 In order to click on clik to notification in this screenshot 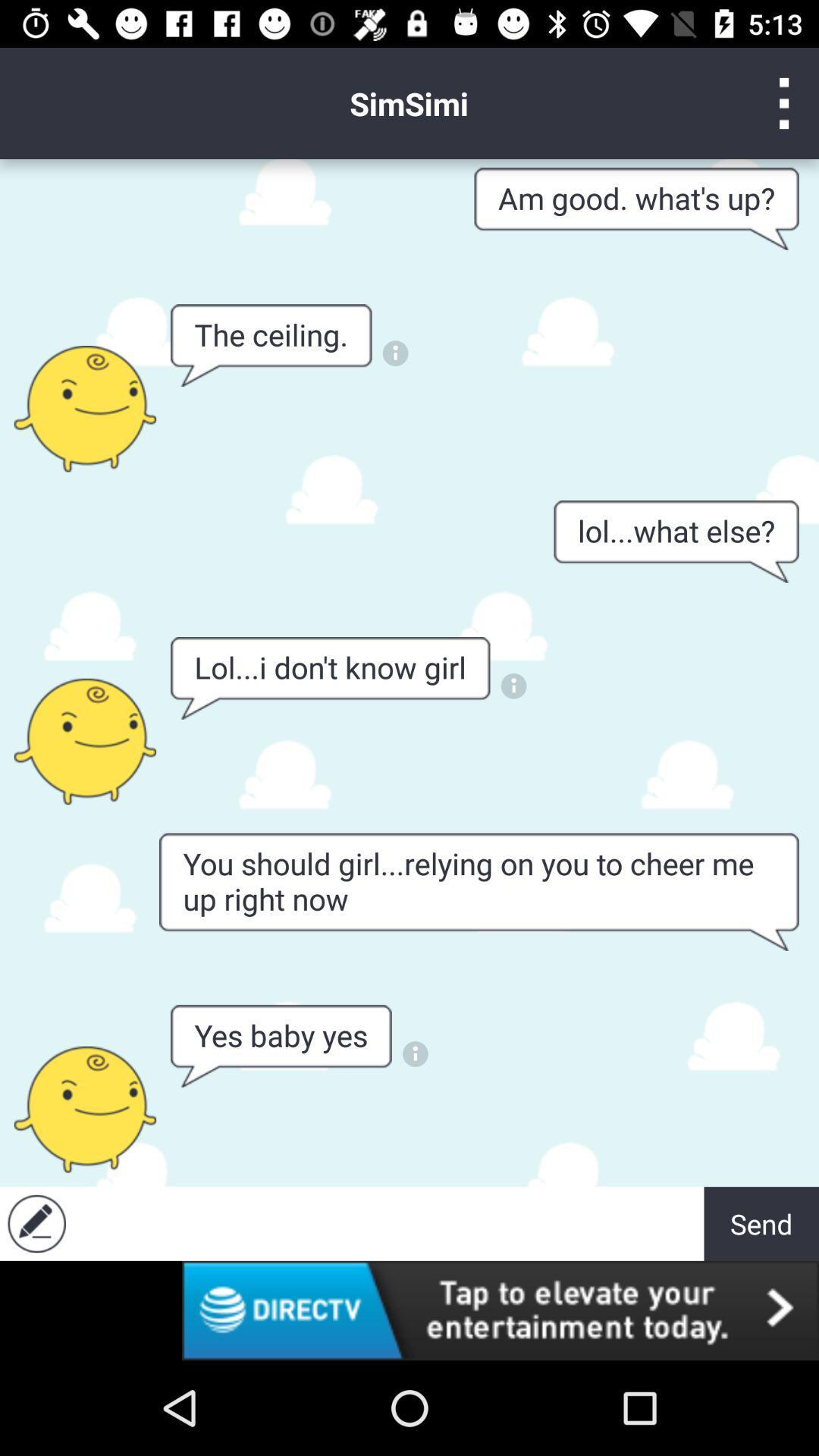, I will do `click(394, 353)`.